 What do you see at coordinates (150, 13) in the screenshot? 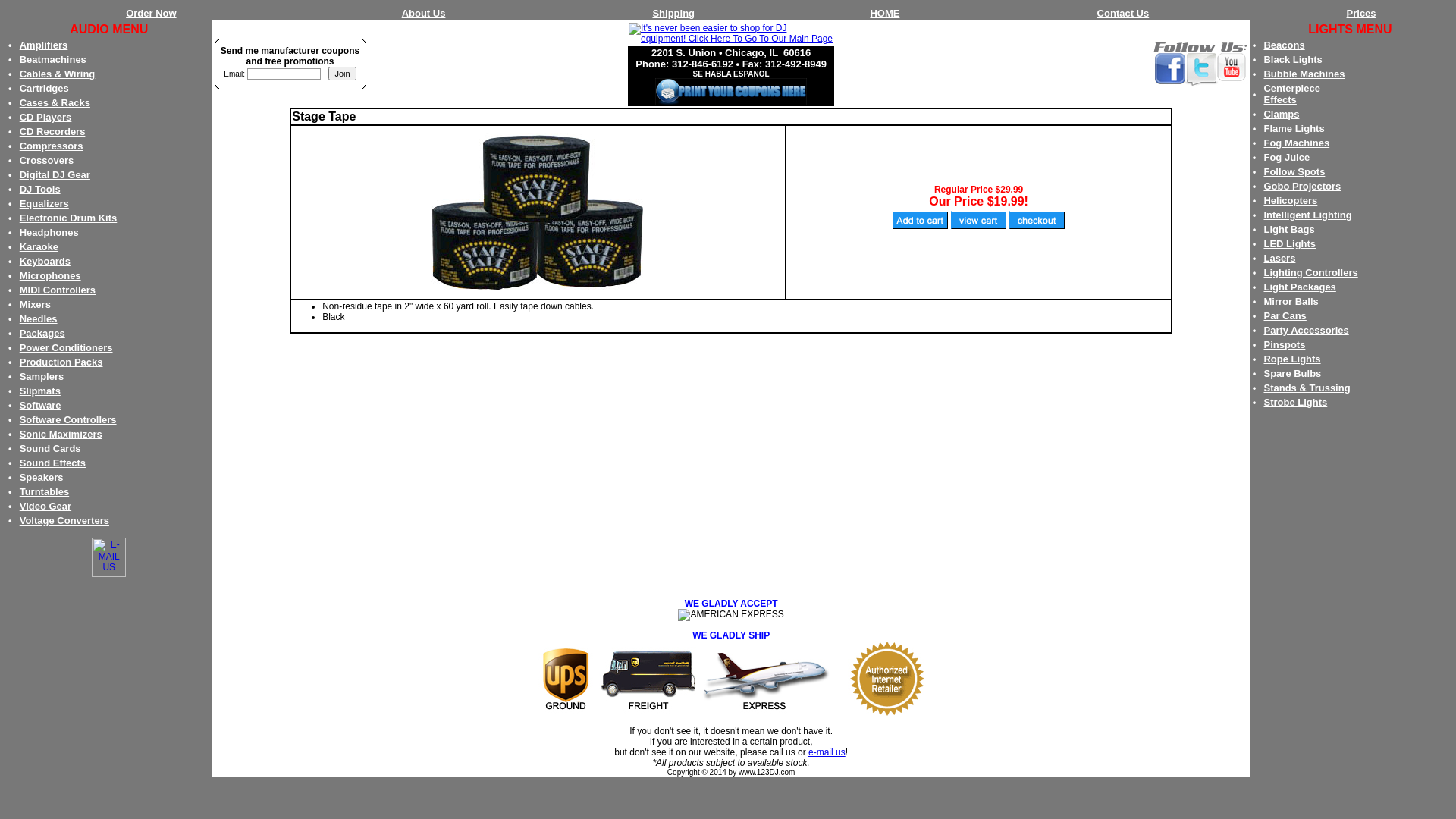
I see `'Order Now'` at bounding box center [150, 13].